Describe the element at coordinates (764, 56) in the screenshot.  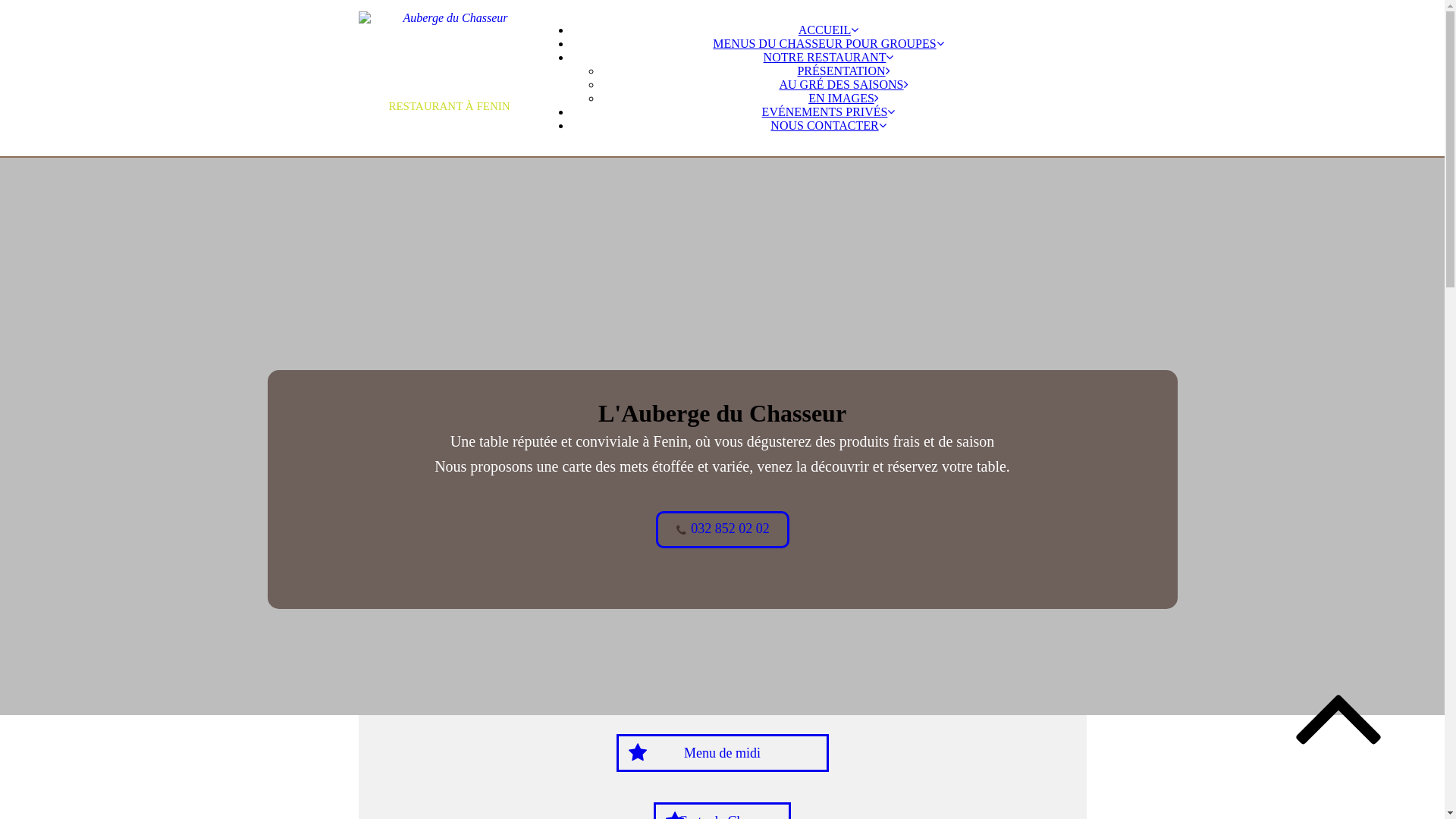
I see `'NOTRE RESTAURANT'` at that location.